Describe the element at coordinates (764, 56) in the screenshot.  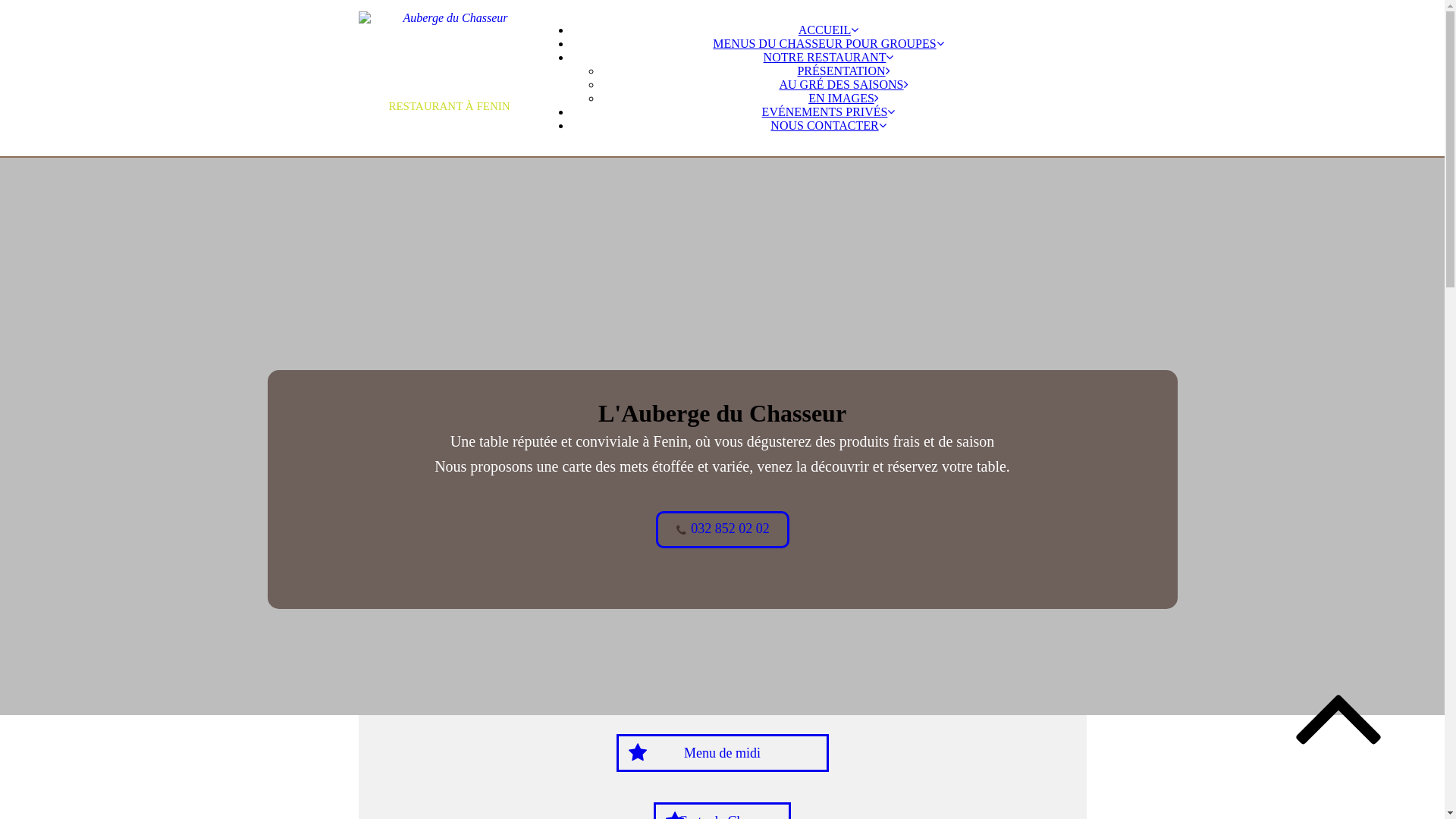
I see `'NOTRE RESTAURANT'` at that location.